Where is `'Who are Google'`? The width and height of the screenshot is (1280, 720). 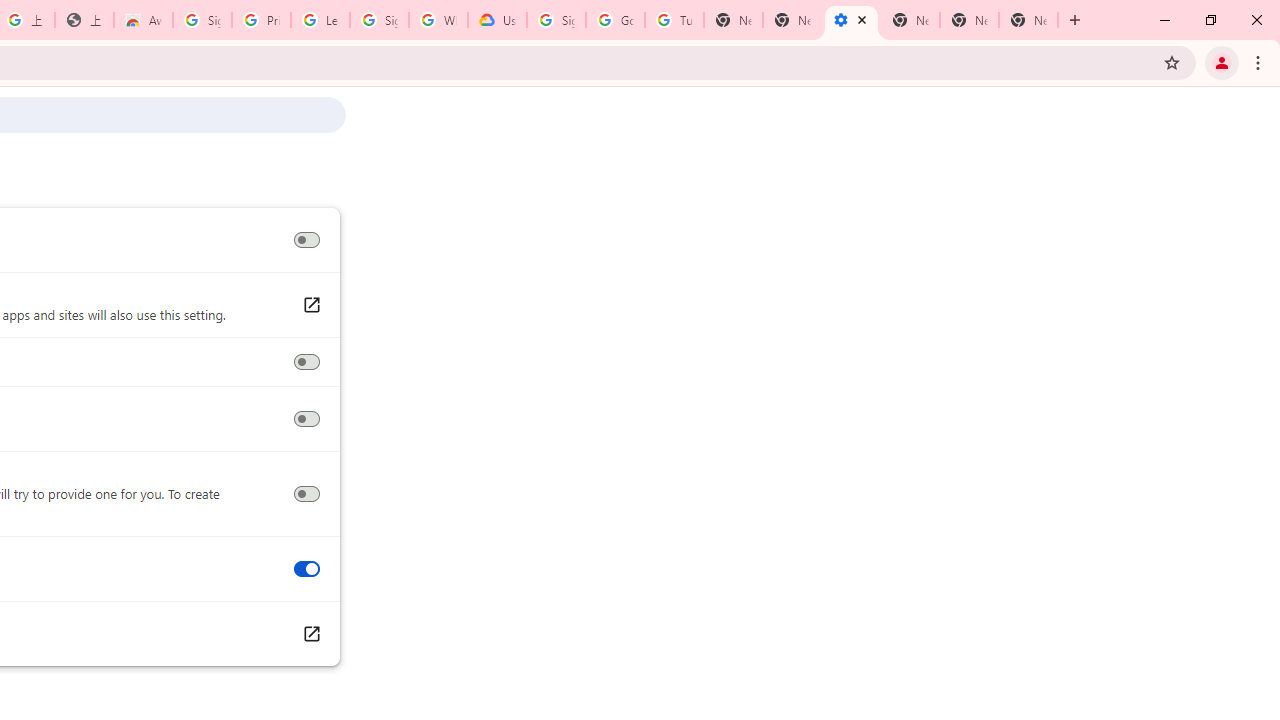 'Who are Google' is located at coordinates (437, 20).